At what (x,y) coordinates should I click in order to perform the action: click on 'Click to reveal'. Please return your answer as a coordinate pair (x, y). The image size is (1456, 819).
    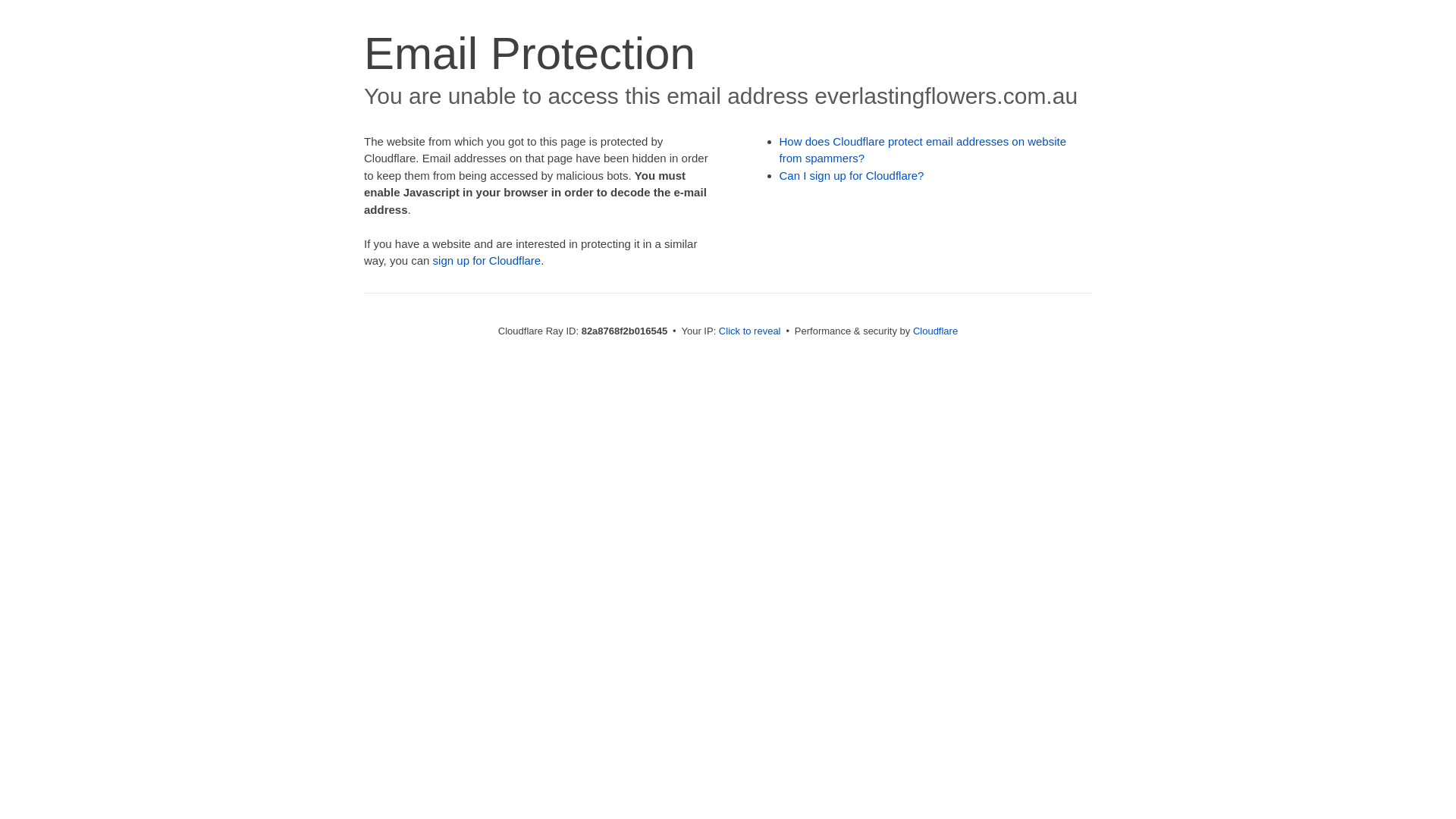
    Looking at the image, I should click on (749, 330).